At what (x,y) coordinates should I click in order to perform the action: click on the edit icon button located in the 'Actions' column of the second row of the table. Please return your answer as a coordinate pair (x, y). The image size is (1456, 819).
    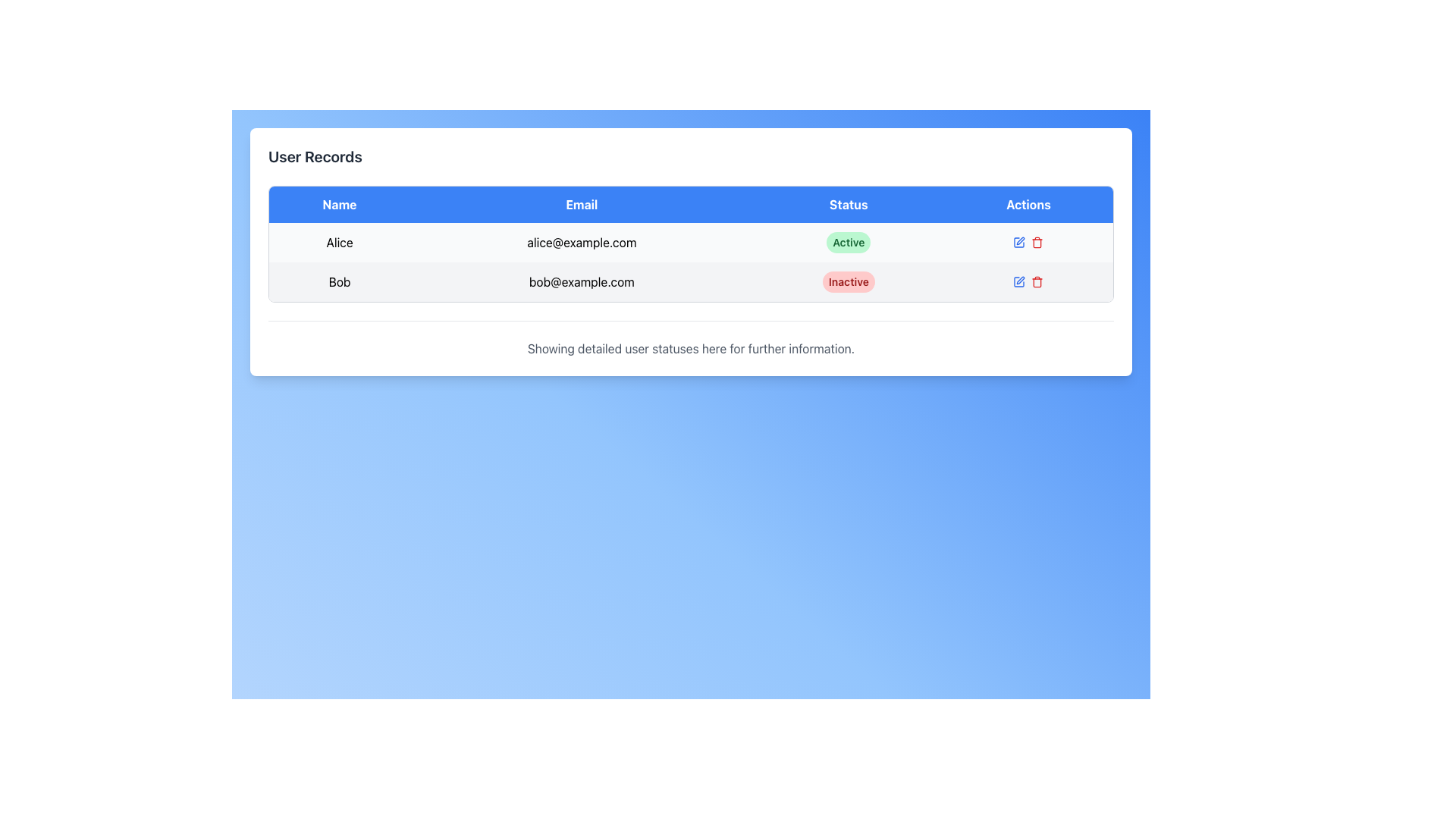
    Looking at the image, I should click on (1019, 281).